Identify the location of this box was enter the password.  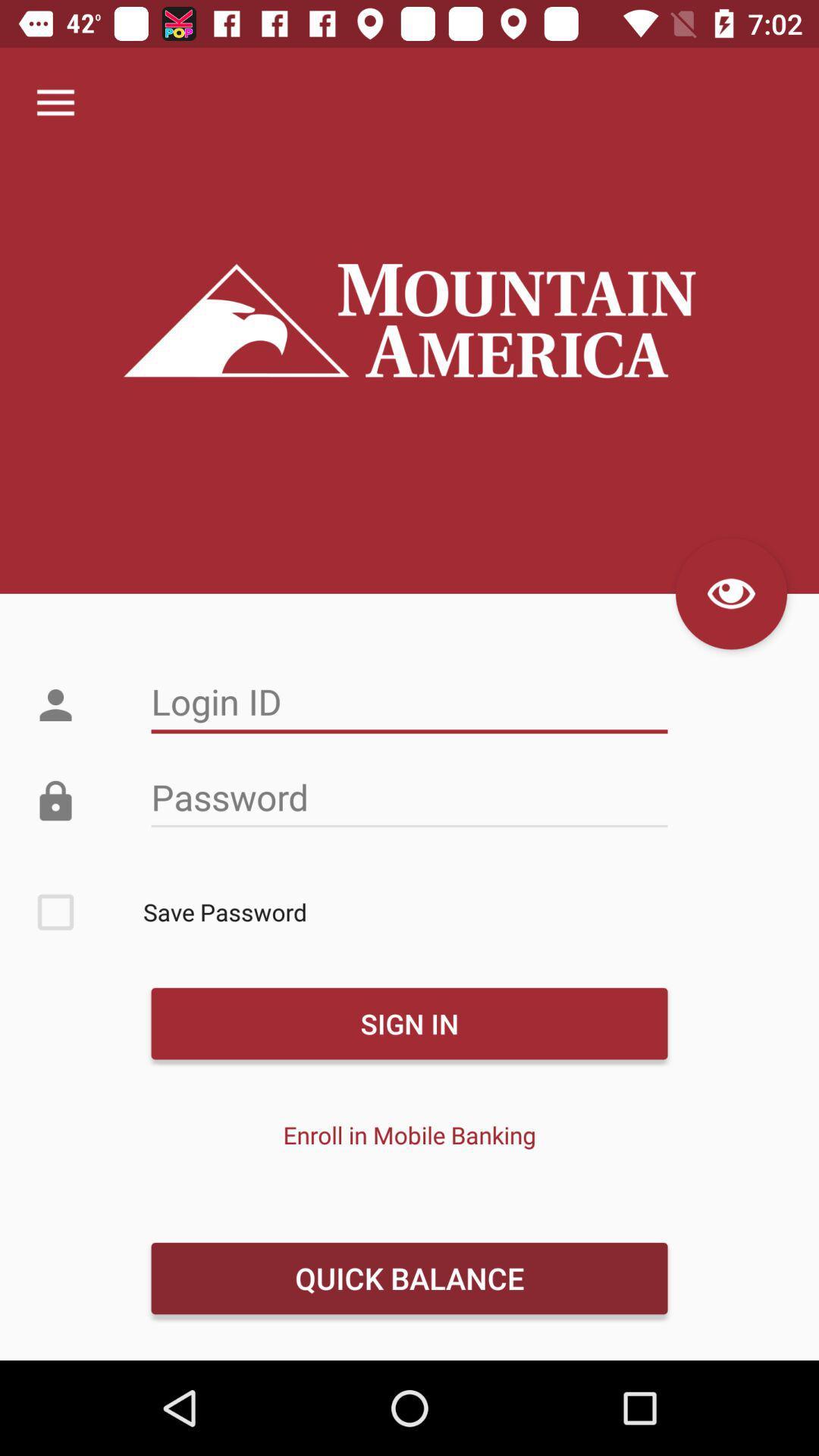
(409, 797).